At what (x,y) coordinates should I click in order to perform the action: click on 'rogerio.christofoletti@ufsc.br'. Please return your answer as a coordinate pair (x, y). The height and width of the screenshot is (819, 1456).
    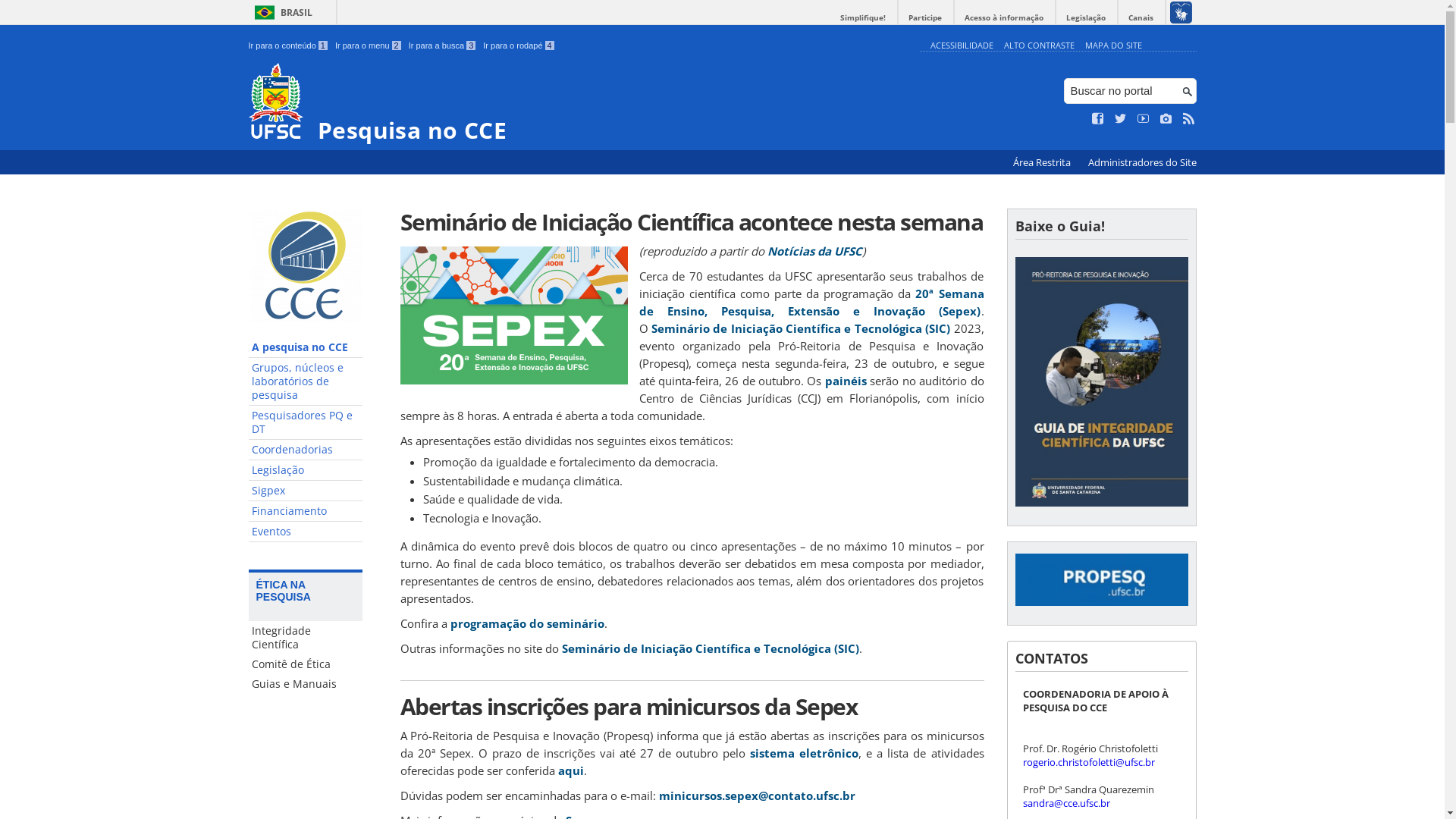
    Looking at the image, I should click on (1087, 762).